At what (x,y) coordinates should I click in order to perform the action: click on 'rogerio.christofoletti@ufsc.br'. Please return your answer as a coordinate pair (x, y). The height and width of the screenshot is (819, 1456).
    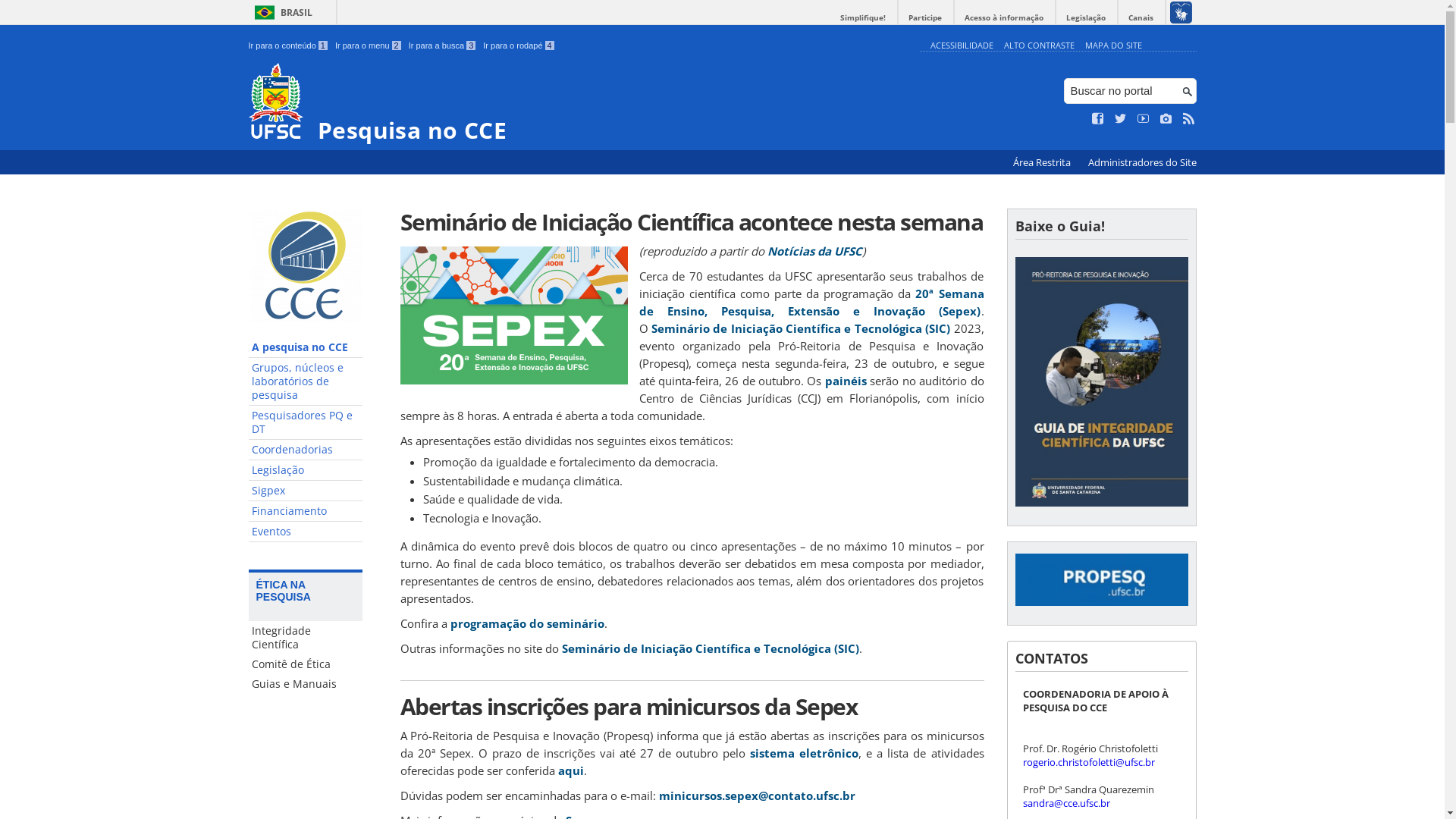
    Looking at the image, I should click on (1087, 762).